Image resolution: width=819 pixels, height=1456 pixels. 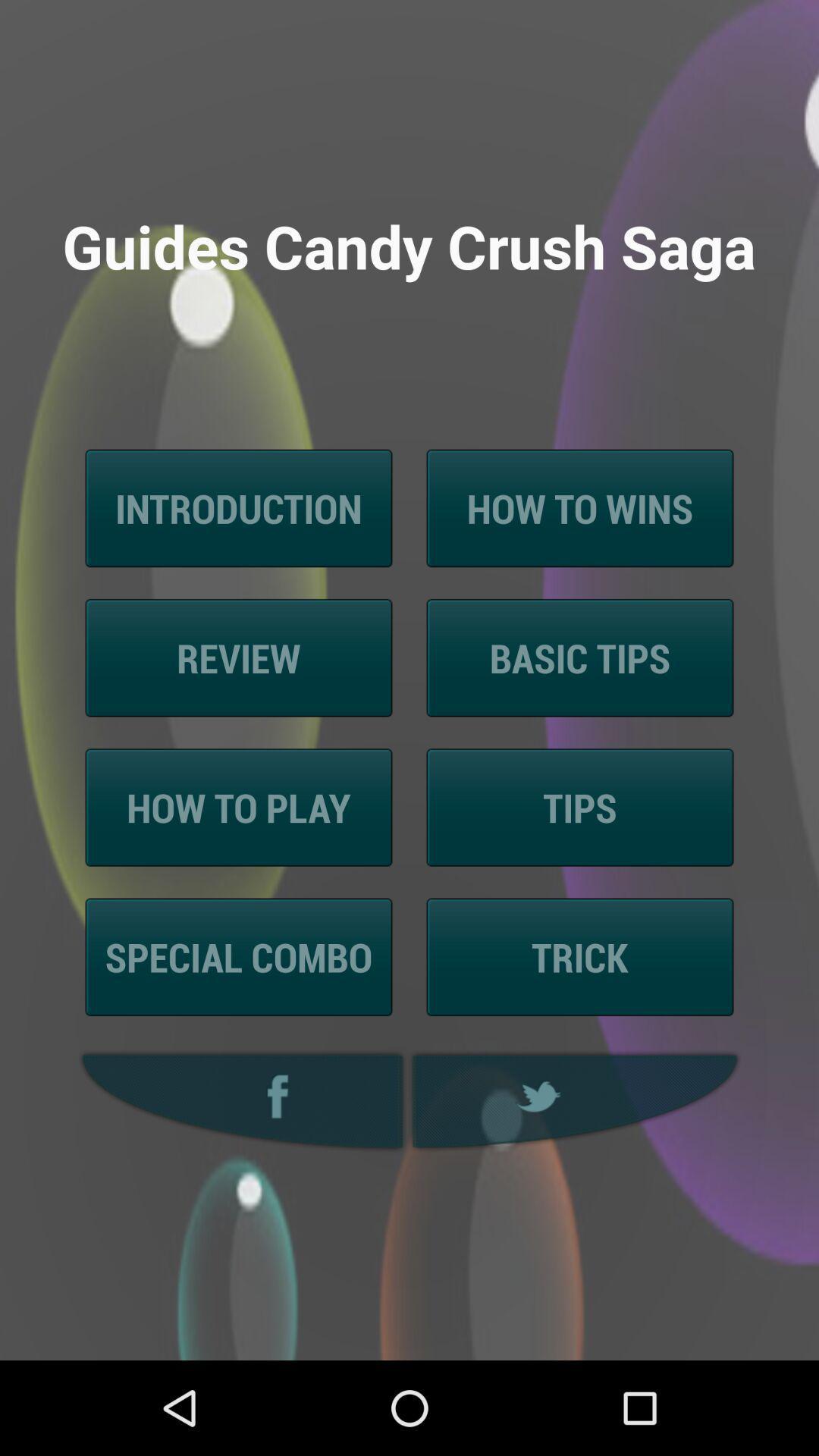 What do you see at coordinates (238, 1101) in the screenshot?
I see `connect with facebook` at bounding box center [238, 1101].